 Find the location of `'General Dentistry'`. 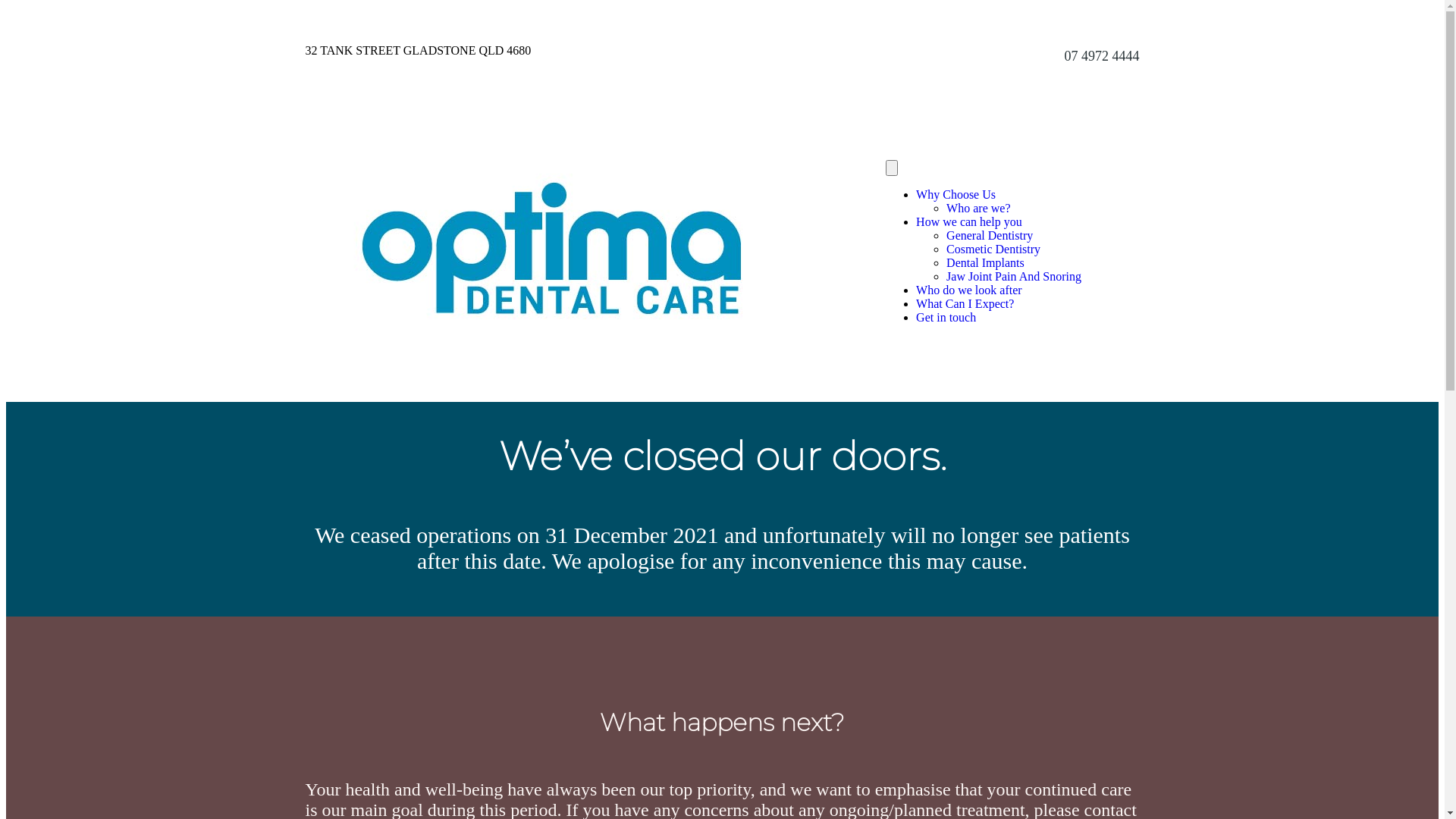

'General Dentistry' is located at coordinates (990, 235).